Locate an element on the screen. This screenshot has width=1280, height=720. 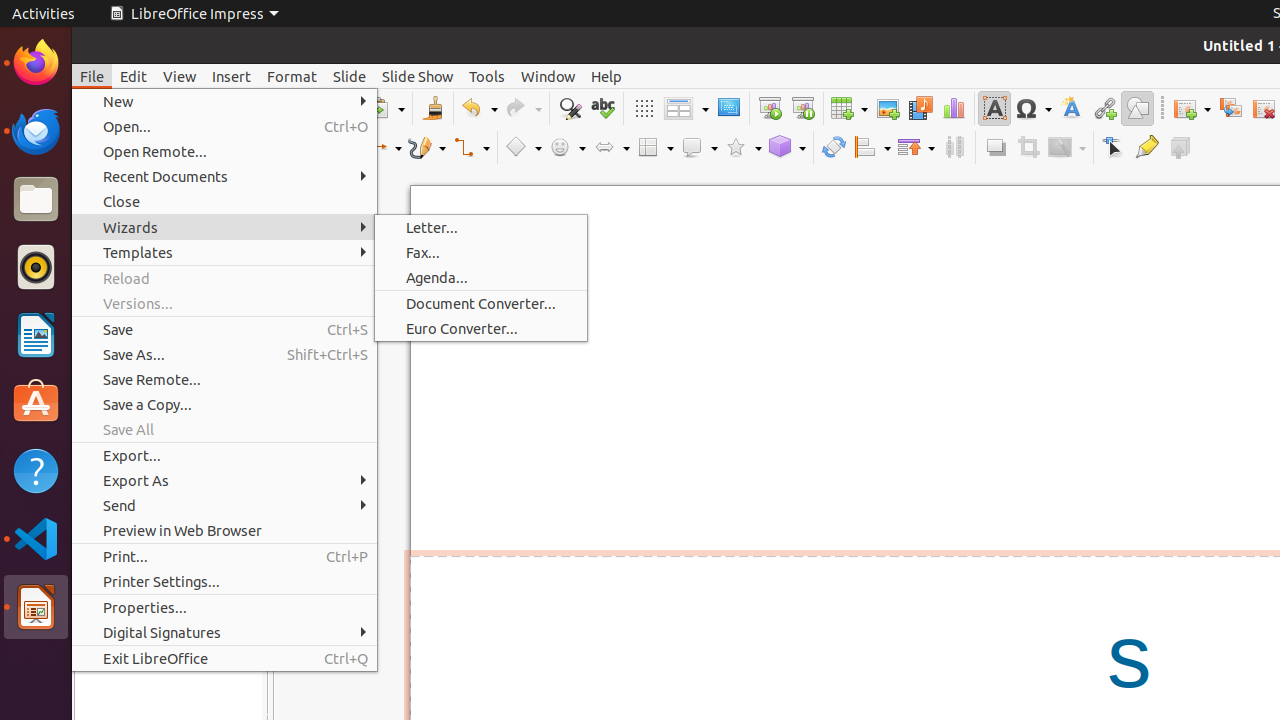
'Properties...' is located at coordinates (224, 606).